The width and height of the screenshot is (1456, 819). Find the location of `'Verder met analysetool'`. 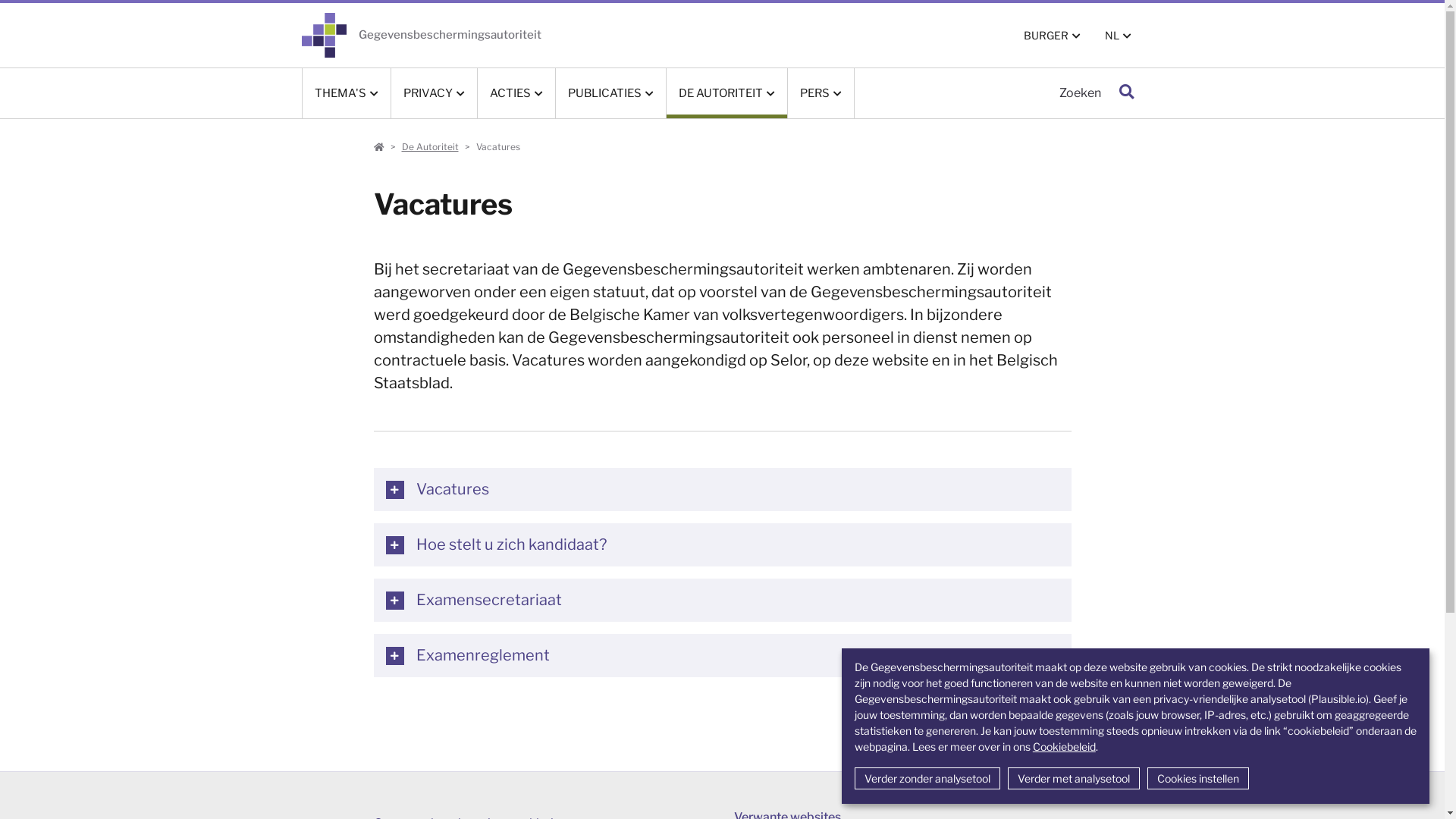

'Verder met analysetool' is located at coordinates (1073, 778).